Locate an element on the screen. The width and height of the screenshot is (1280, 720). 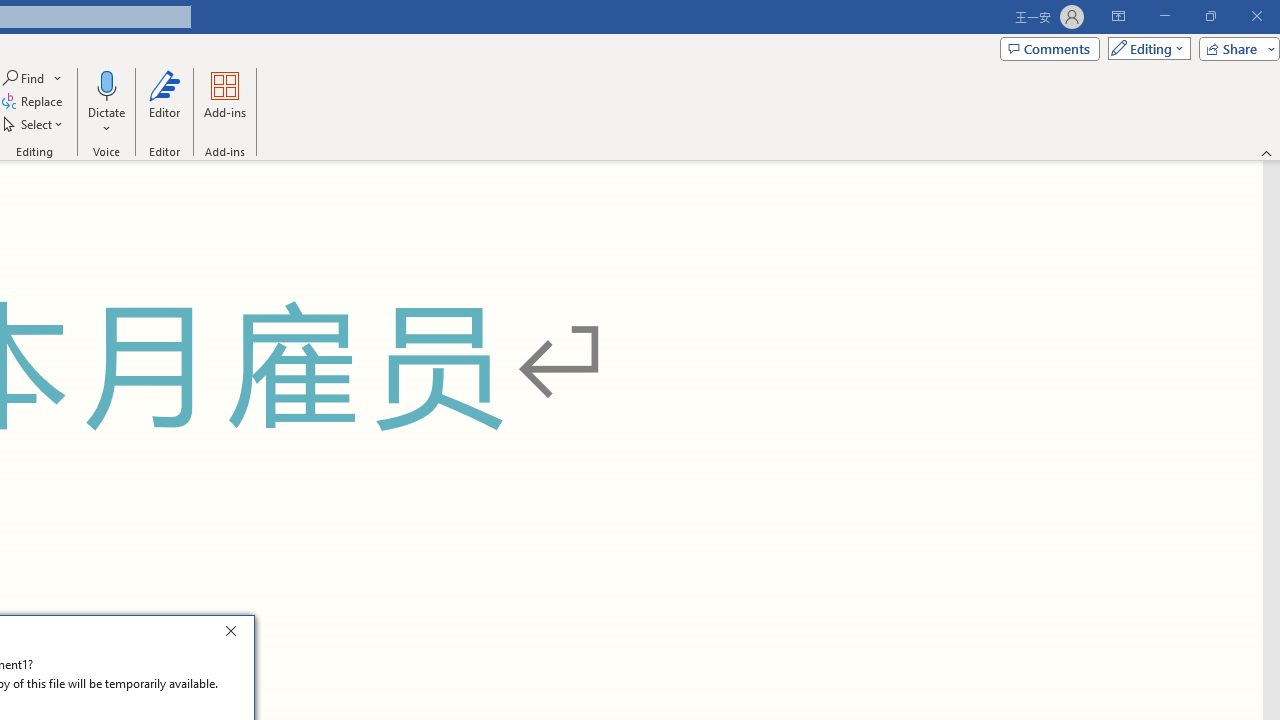
'Share' is located at coordinates (1234, 47).